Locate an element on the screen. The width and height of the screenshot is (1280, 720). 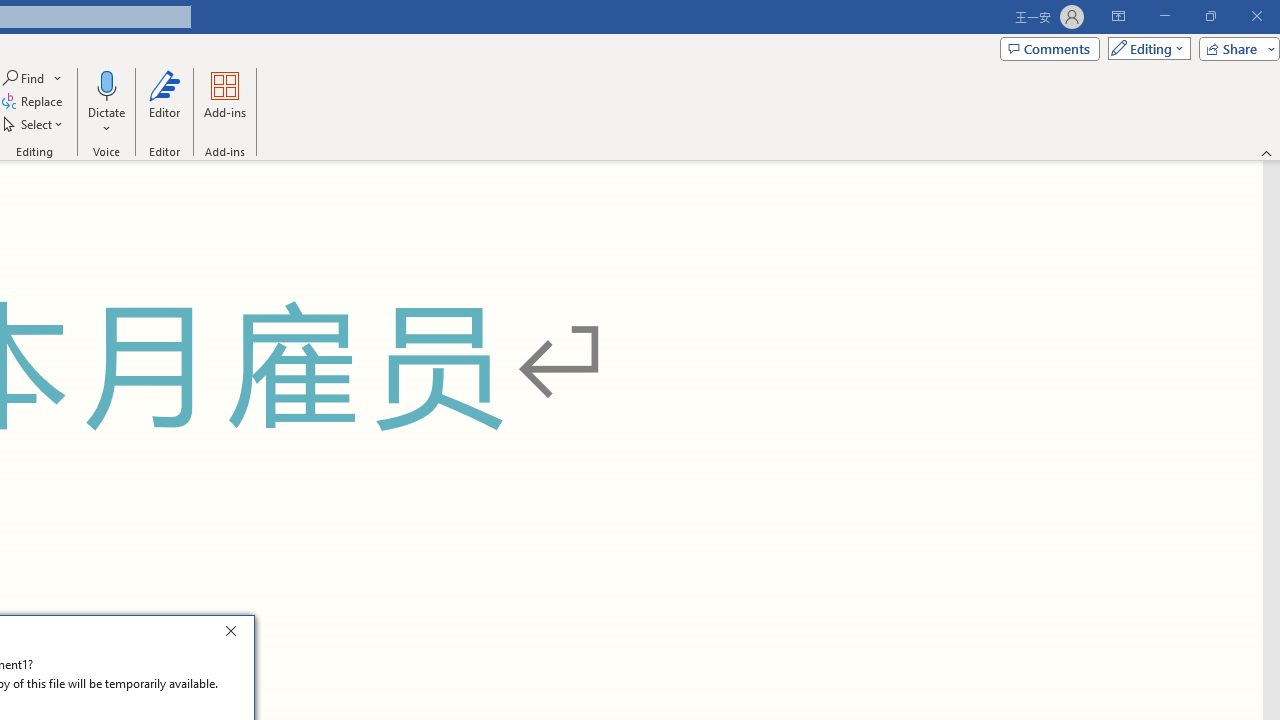
'Share' is located at coordinates (1234, 47).